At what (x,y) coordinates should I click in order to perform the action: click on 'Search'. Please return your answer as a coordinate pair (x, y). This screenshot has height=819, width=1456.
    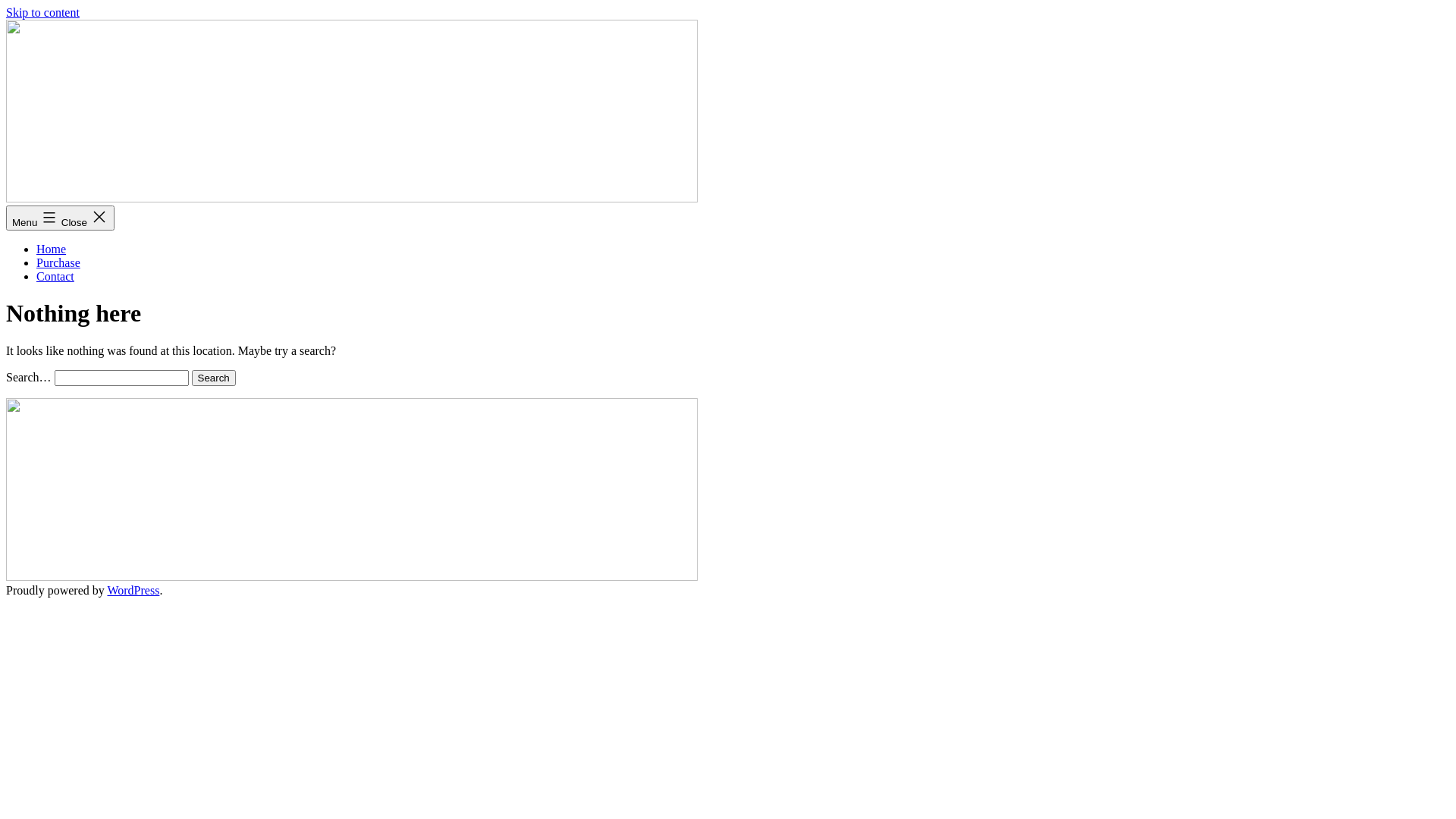
    Looking at the image, I should click on (213, 377).